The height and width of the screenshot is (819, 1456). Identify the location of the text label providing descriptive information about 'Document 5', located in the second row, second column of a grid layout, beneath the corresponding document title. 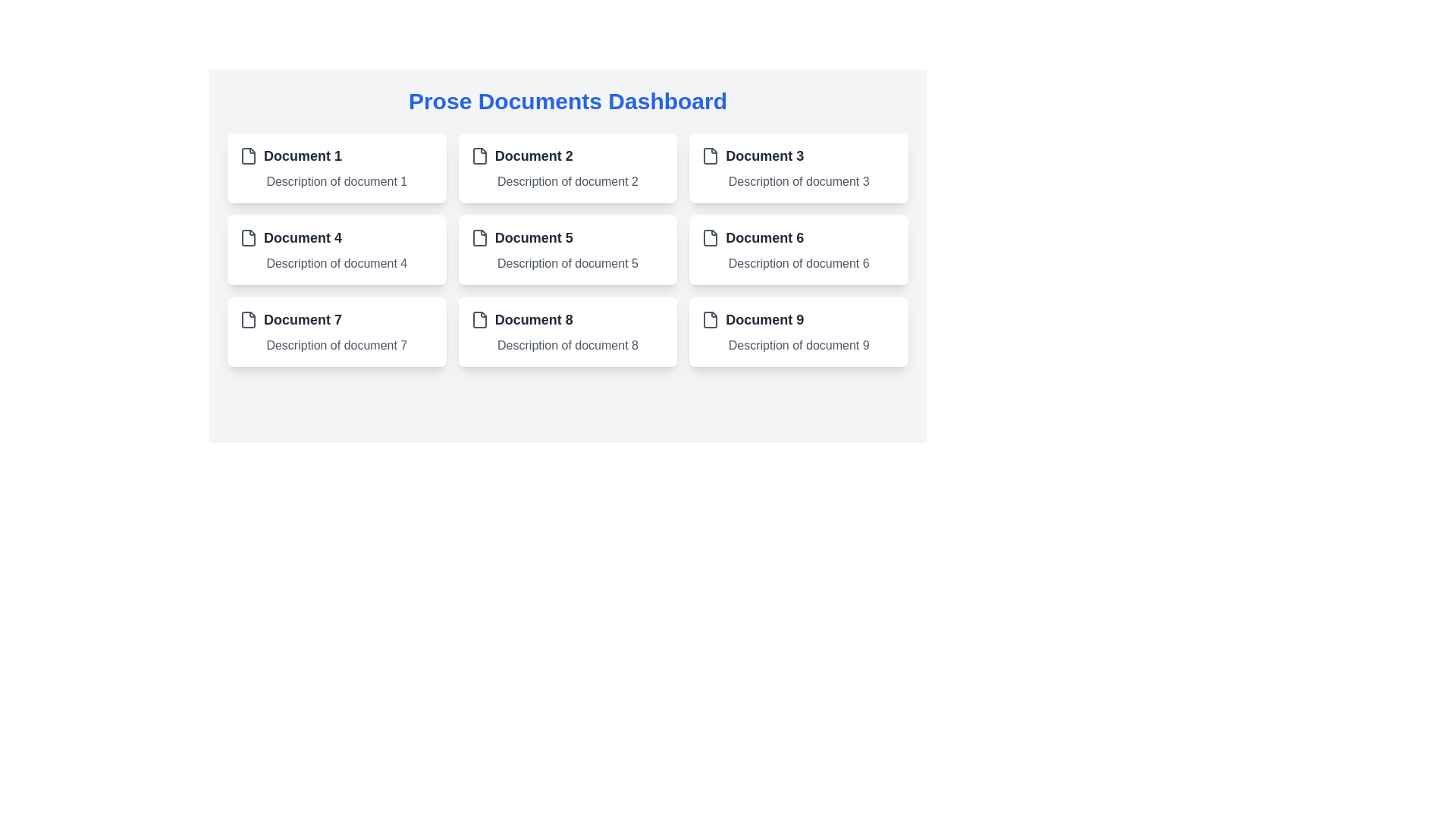
(566, 262).